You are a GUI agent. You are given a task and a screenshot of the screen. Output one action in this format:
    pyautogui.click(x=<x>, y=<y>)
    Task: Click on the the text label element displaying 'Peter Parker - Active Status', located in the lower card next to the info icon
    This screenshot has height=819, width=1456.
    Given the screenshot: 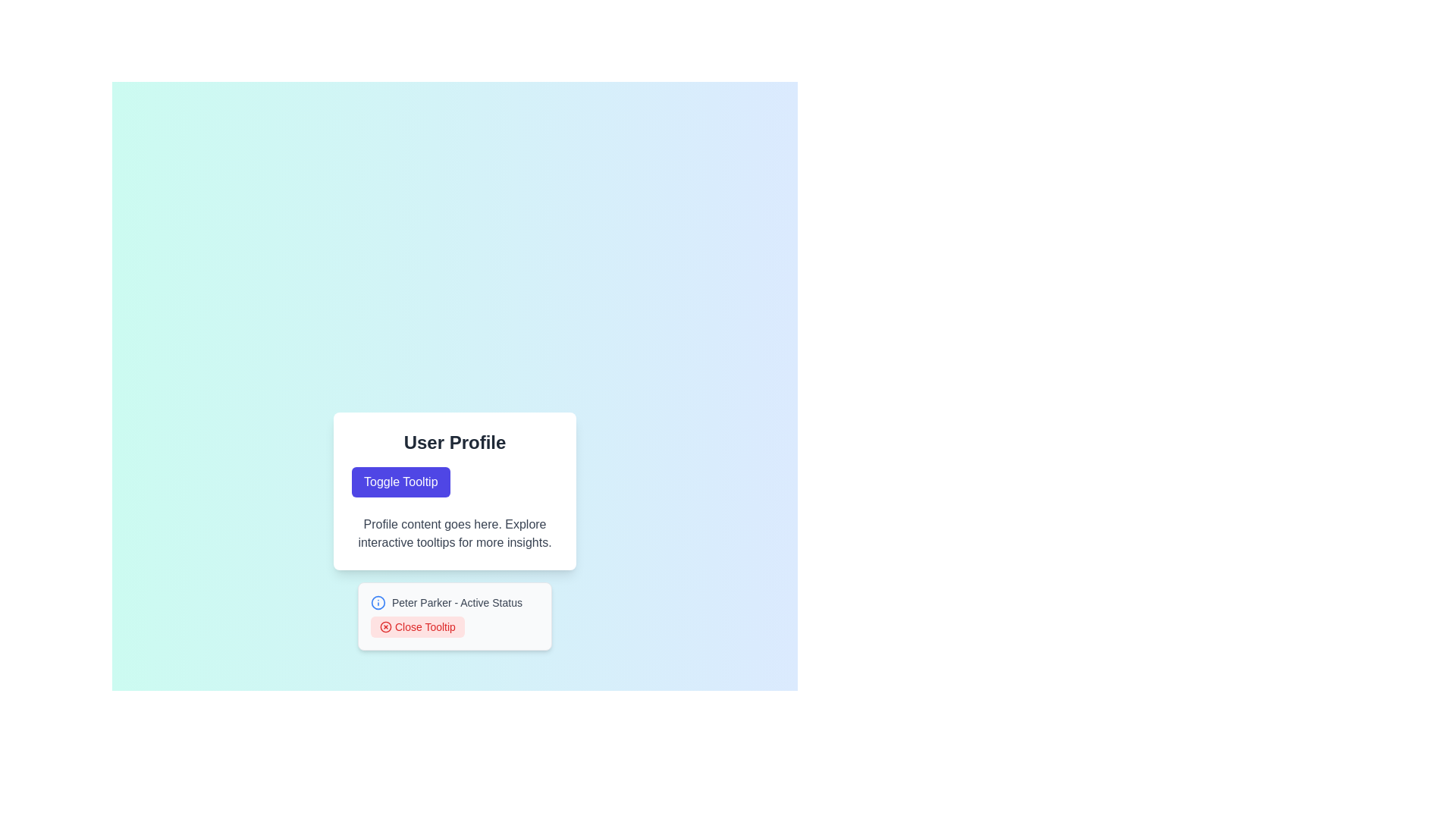 What is the action you would take?
    pyautogui.click(x=457, y=601)
    